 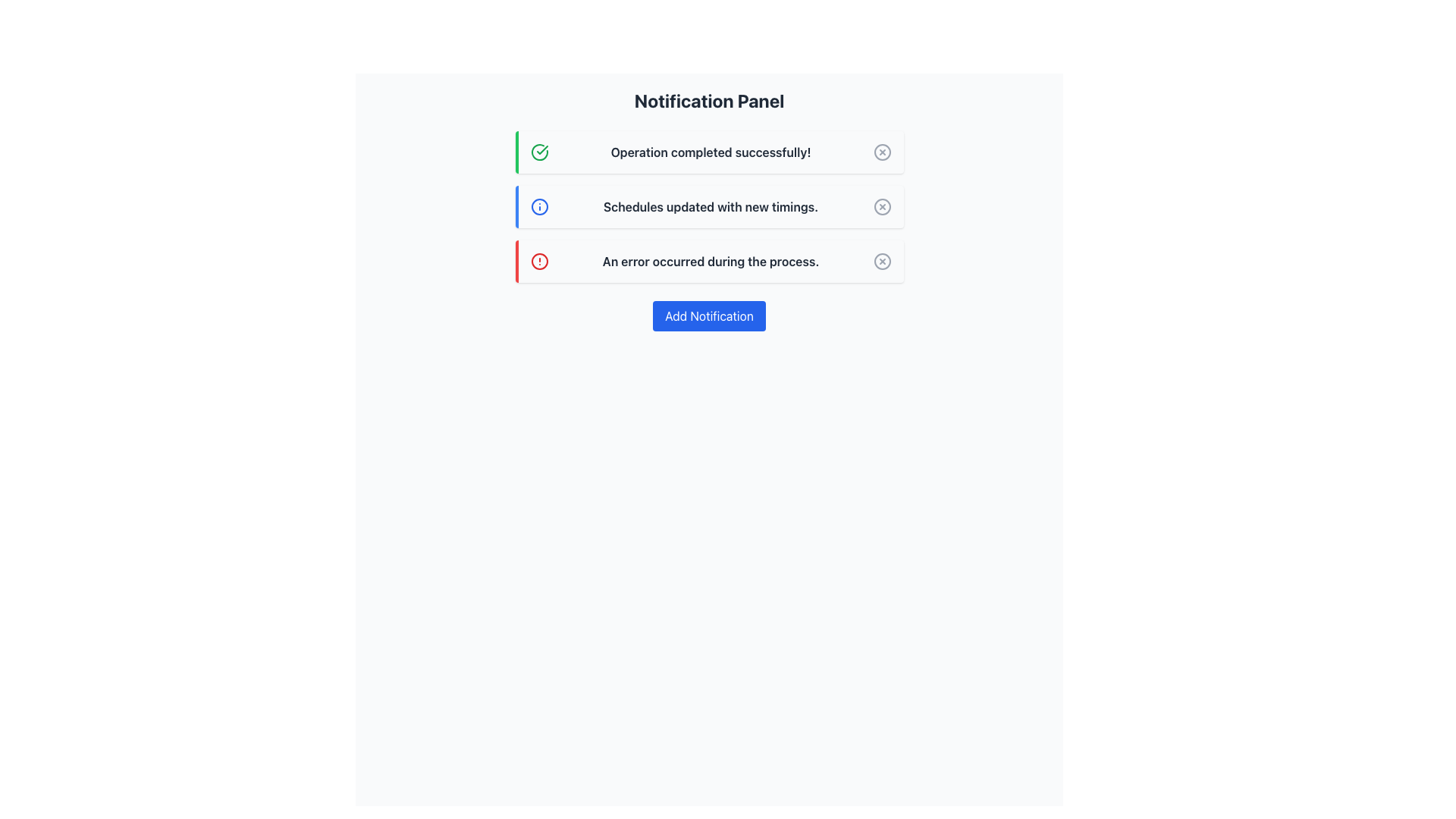 What do you see at coordinates (882, 152) in the screenshot?
I see `the status icon located to the right of the text 'Operation completed successfully!' in the topmost notification card` at bounding box center [882, 152].